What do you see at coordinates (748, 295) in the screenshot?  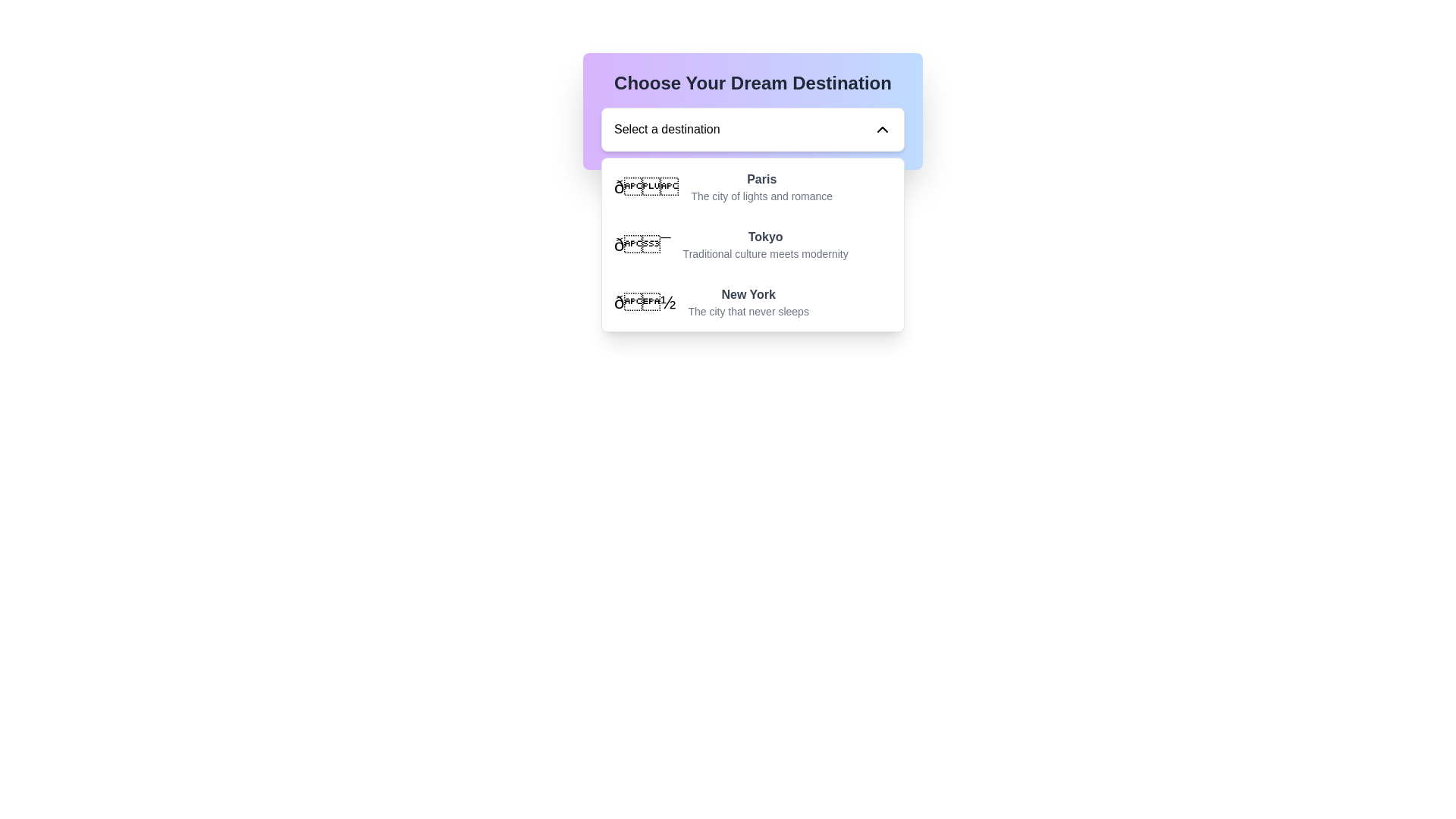 I see `the static text label for the city name located in the lower section of the dropdown menu under 'New YorkThe city that never sleeps', specifically the third option above 'The city that never sleeps'` at bounding box center [748, 295].